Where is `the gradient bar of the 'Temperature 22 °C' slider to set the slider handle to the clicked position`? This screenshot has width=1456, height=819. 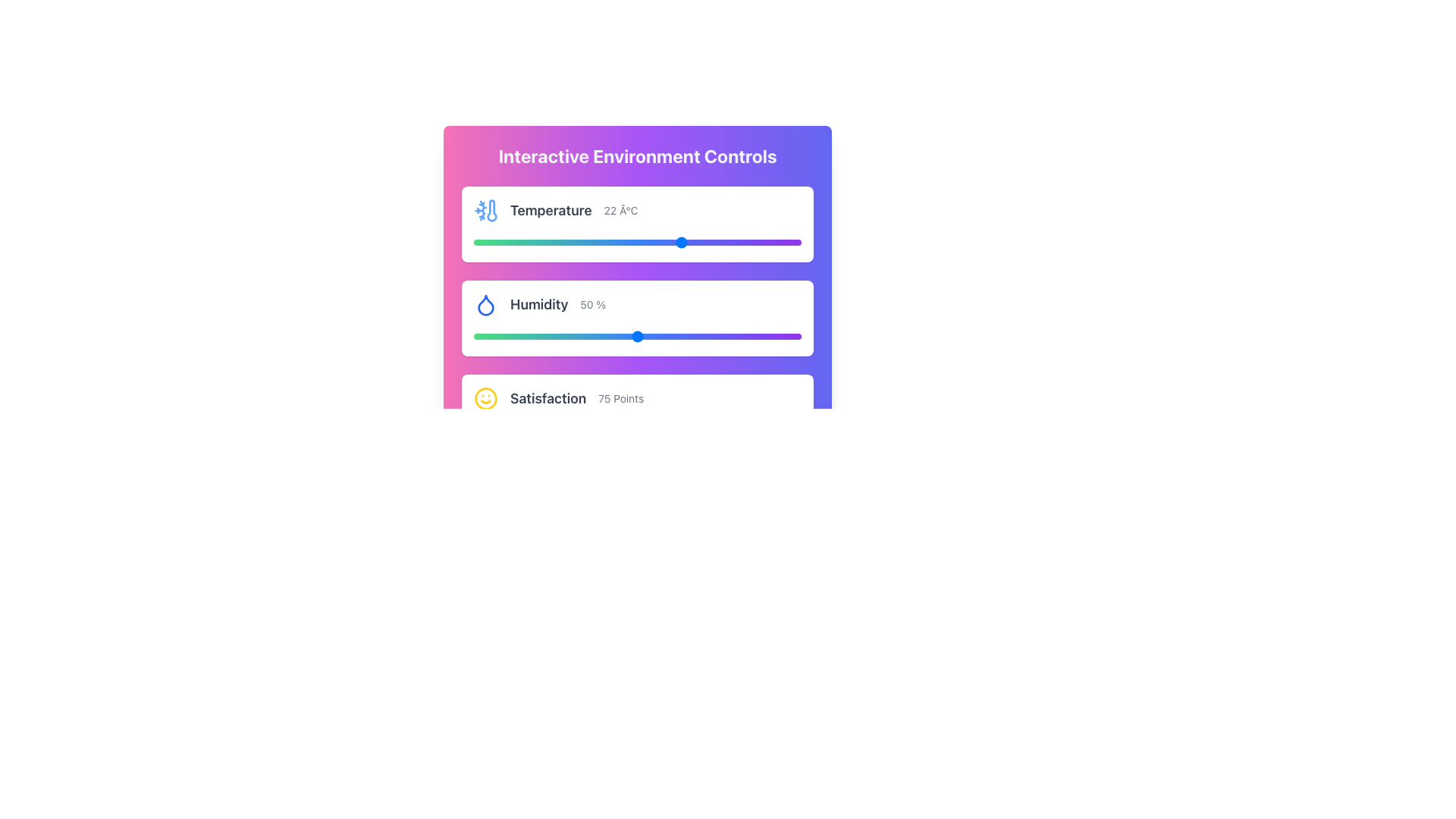
the gradient bar of the 'Temperature 22 °C' slider to set the slider handle to the clicked position is located at coordinates (637, 242).